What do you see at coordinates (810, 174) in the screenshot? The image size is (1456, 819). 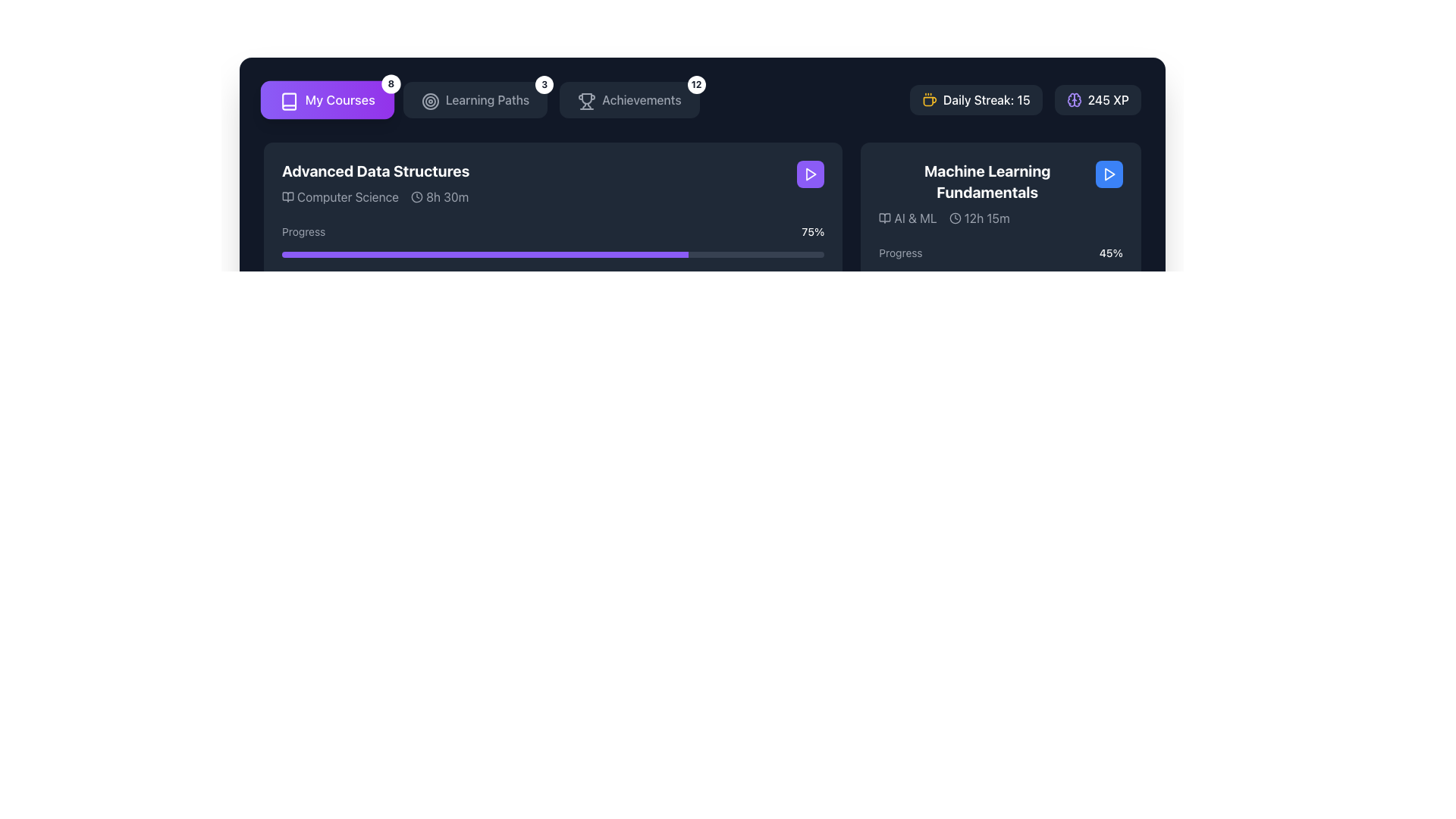 I see `the button in the top-right corner of the 'Advanced Data Structures' card` at bounding box center [810, 174].